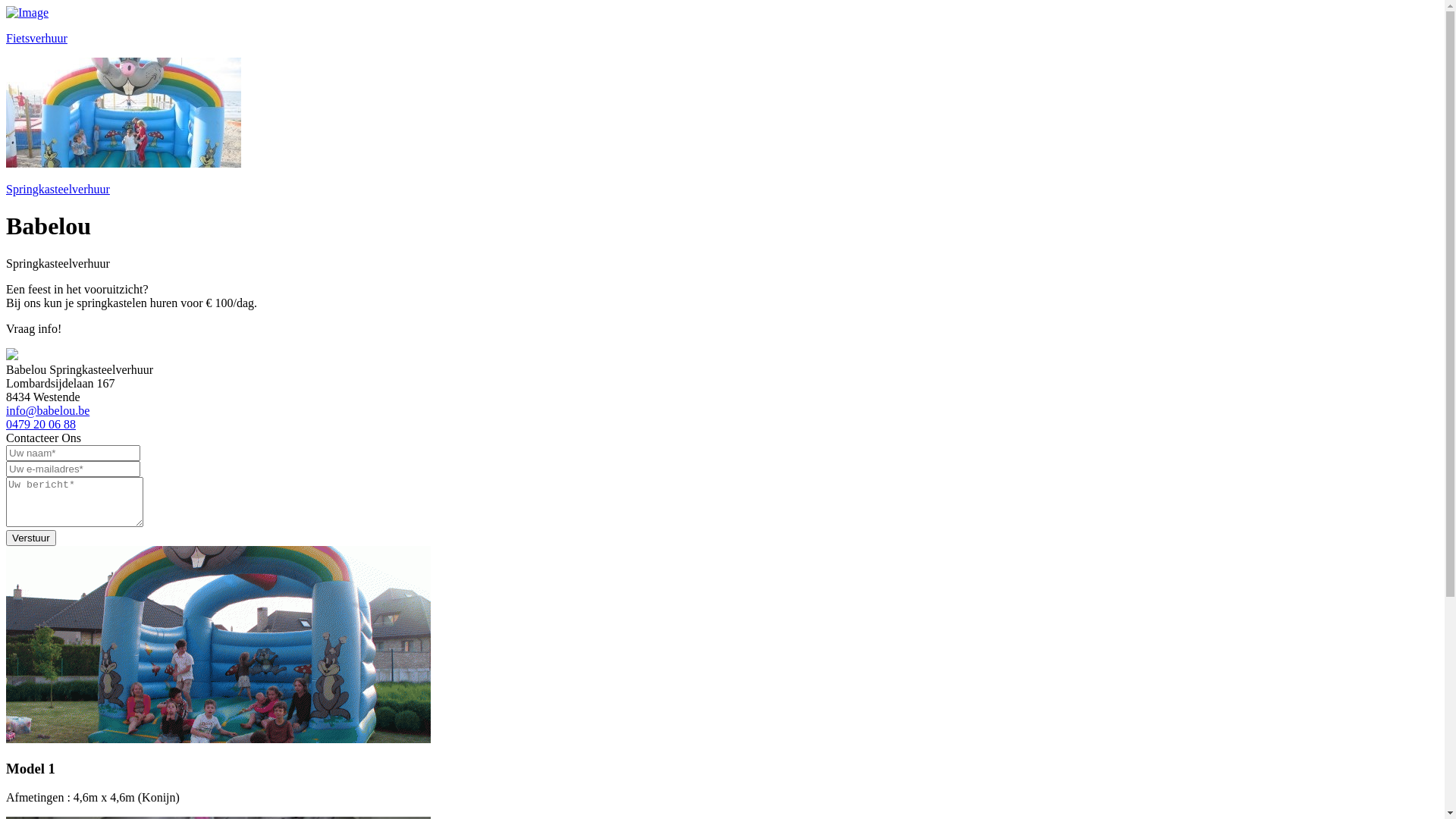 Image resolution: width=1456 pixels, height=819 pixels. I want to click on 'info@babelou.be', so click(47, 408).